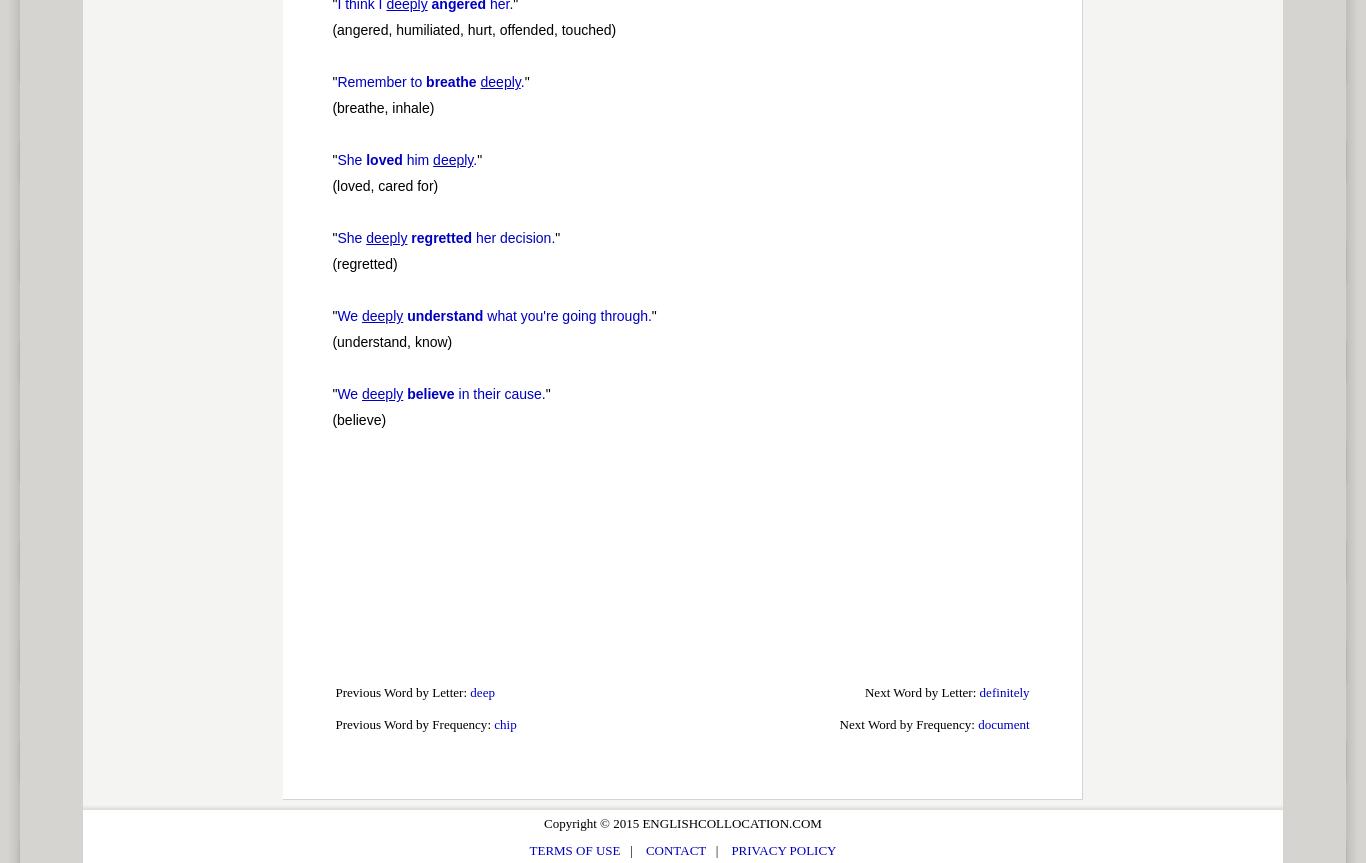  Describe the element at coordinates (382, 159) in the screenshot. I see `'loved'` at that location.